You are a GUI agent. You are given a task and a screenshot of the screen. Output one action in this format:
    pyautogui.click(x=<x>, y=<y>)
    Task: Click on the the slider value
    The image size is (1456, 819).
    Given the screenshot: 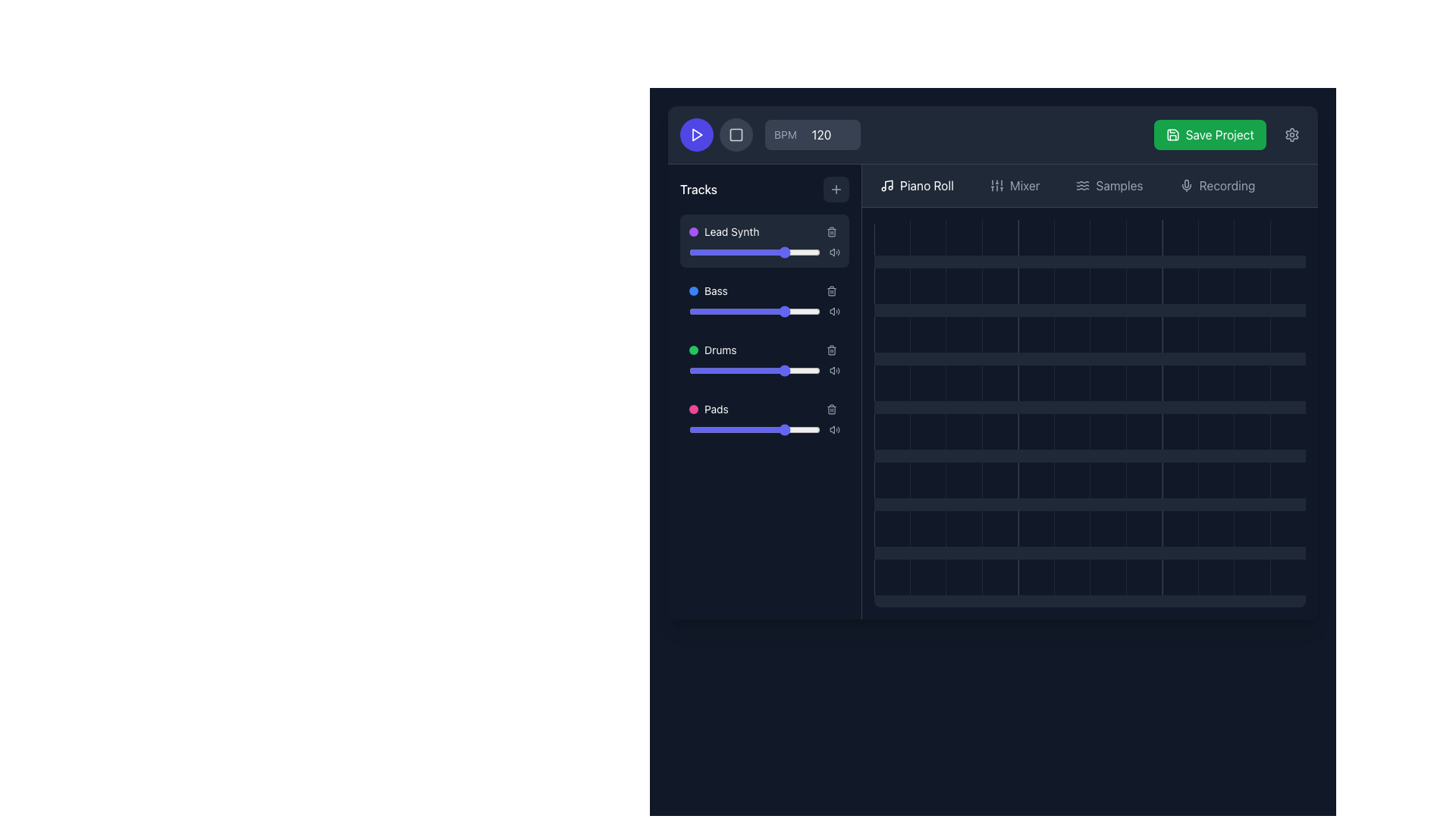 What is the action you would take?
    pyautogui.click(x=742, y=371)
    